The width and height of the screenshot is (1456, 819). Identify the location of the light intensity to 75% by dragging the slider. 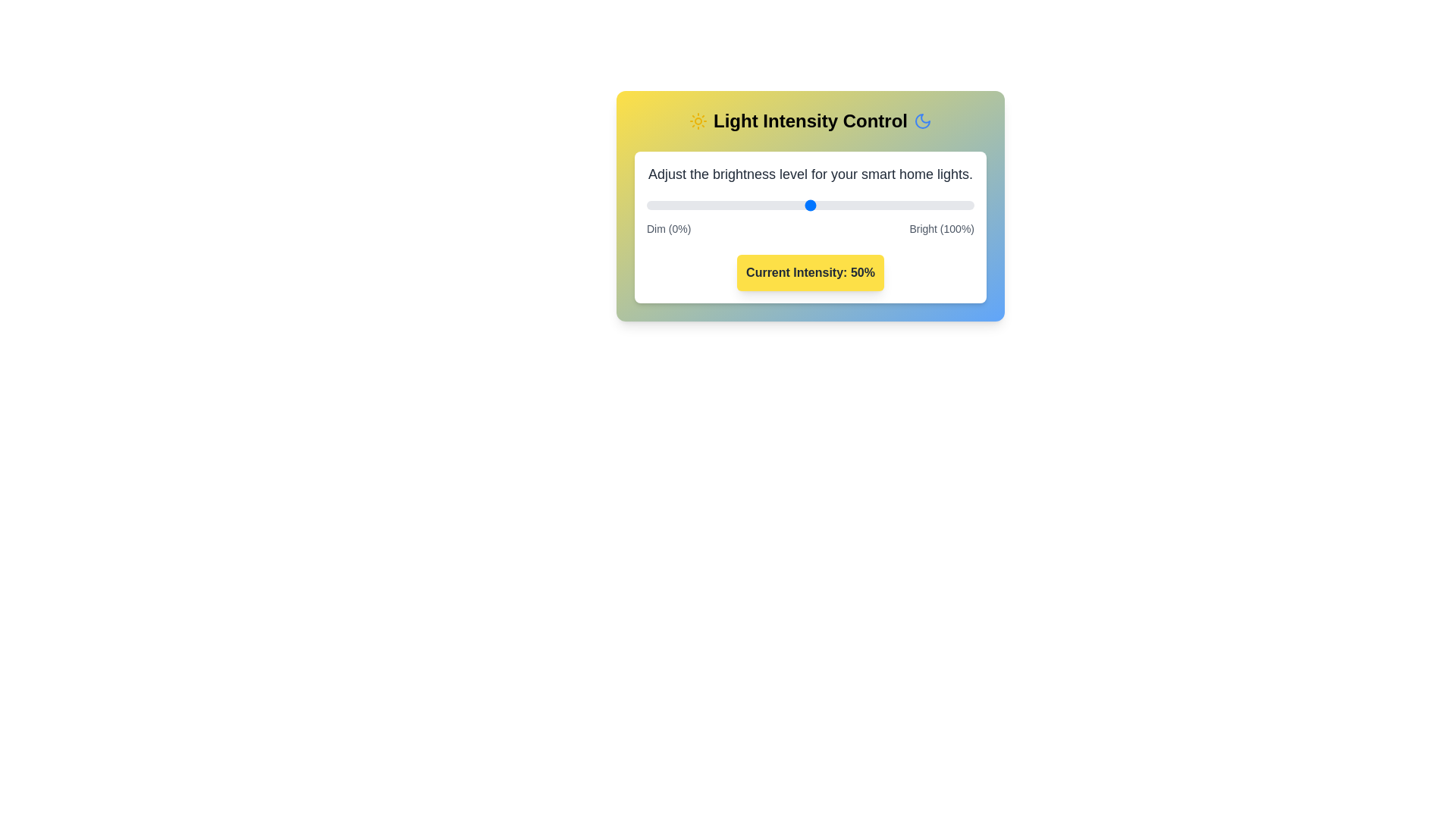
(892, 205).